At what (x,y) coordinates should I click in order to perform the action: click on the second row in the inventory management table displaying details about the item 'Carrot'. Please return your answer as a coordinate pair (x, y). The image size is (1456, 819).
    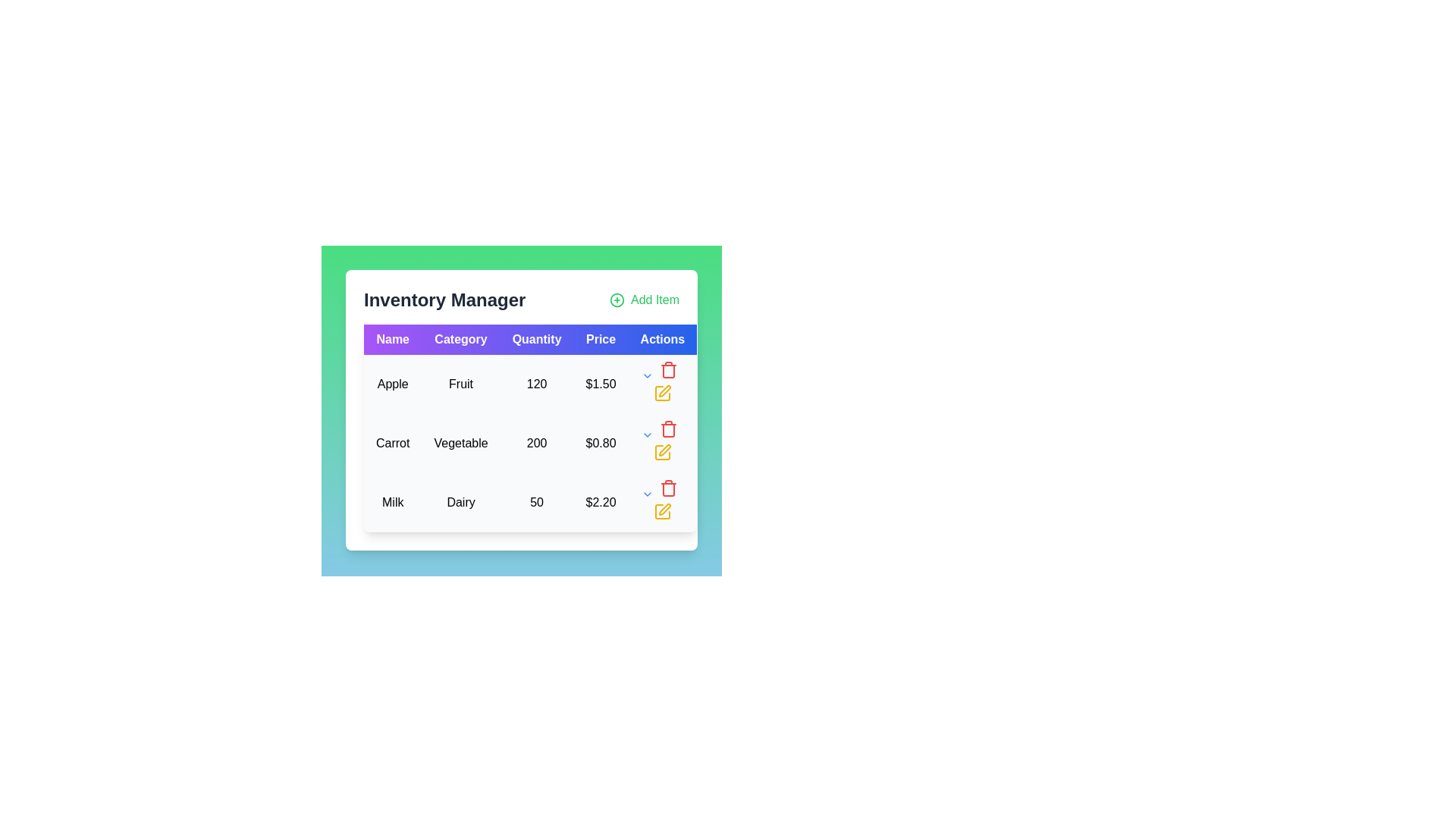
    Looking at the image, I should click on (530, 444).